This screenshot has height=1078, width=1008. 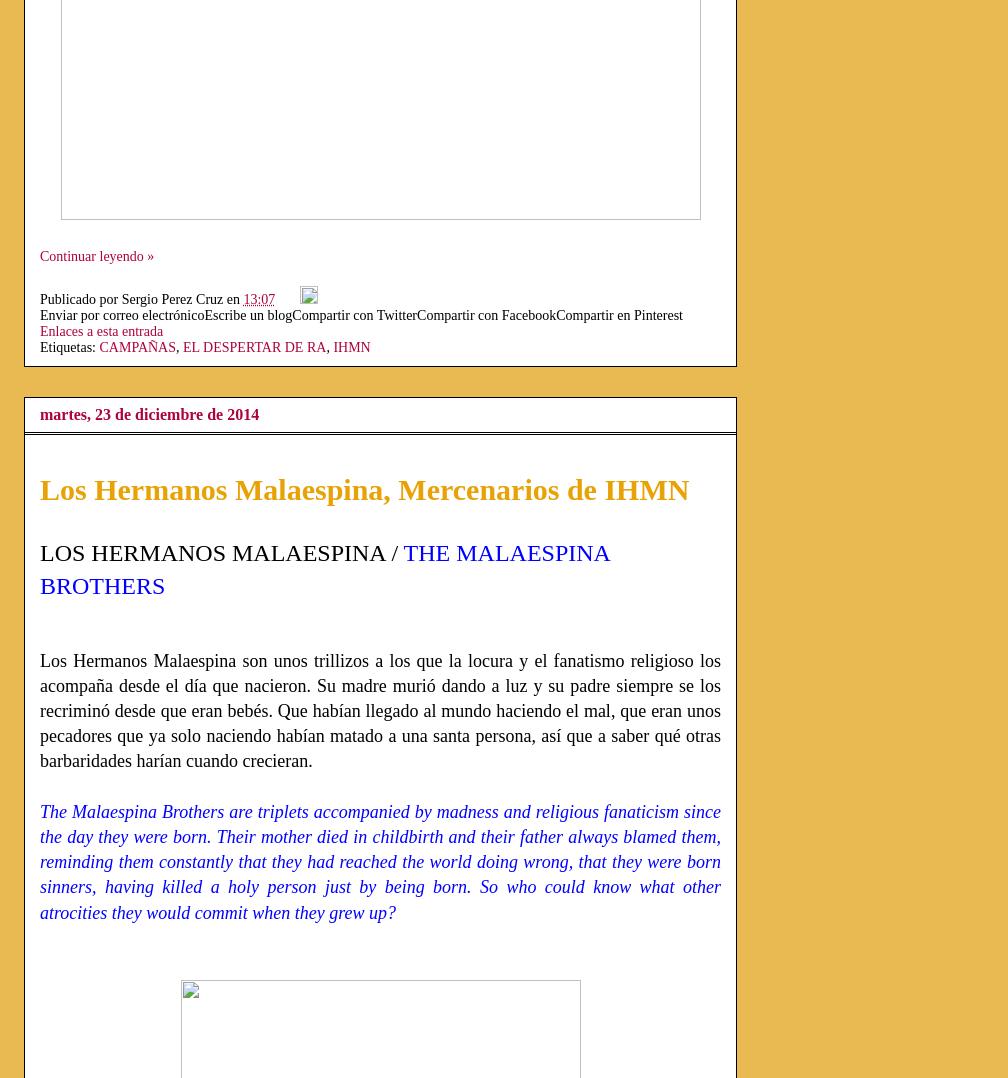 What do you see at coordinates (258, 298) in the screenshot?
I see `'13:07'` at bounding box center [258, 298].